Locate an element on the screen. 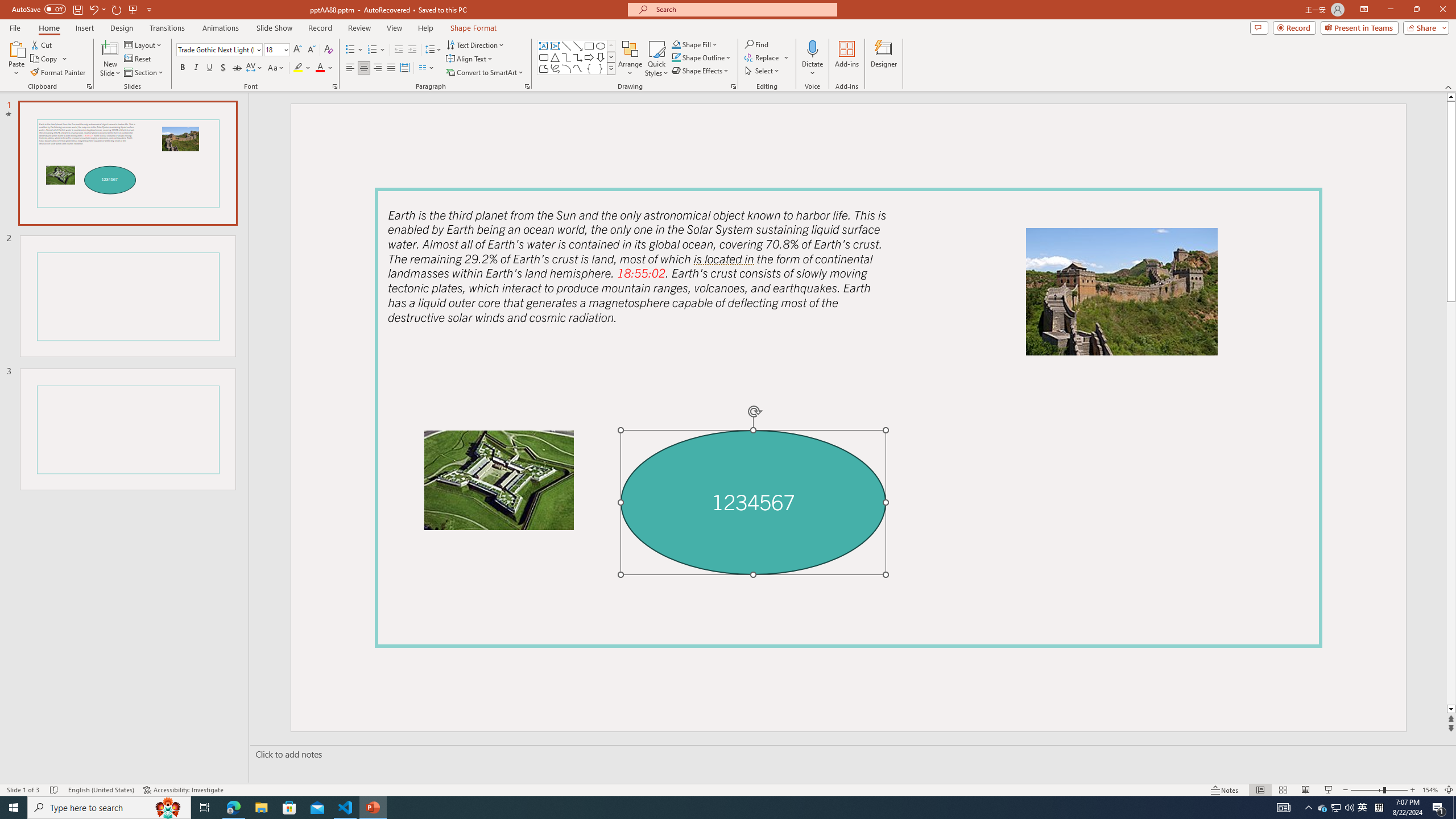 Image resolution: width=1456 pixels, height=819 pixels. 'Zoom 154%' is located at coordinates (1430, 790).